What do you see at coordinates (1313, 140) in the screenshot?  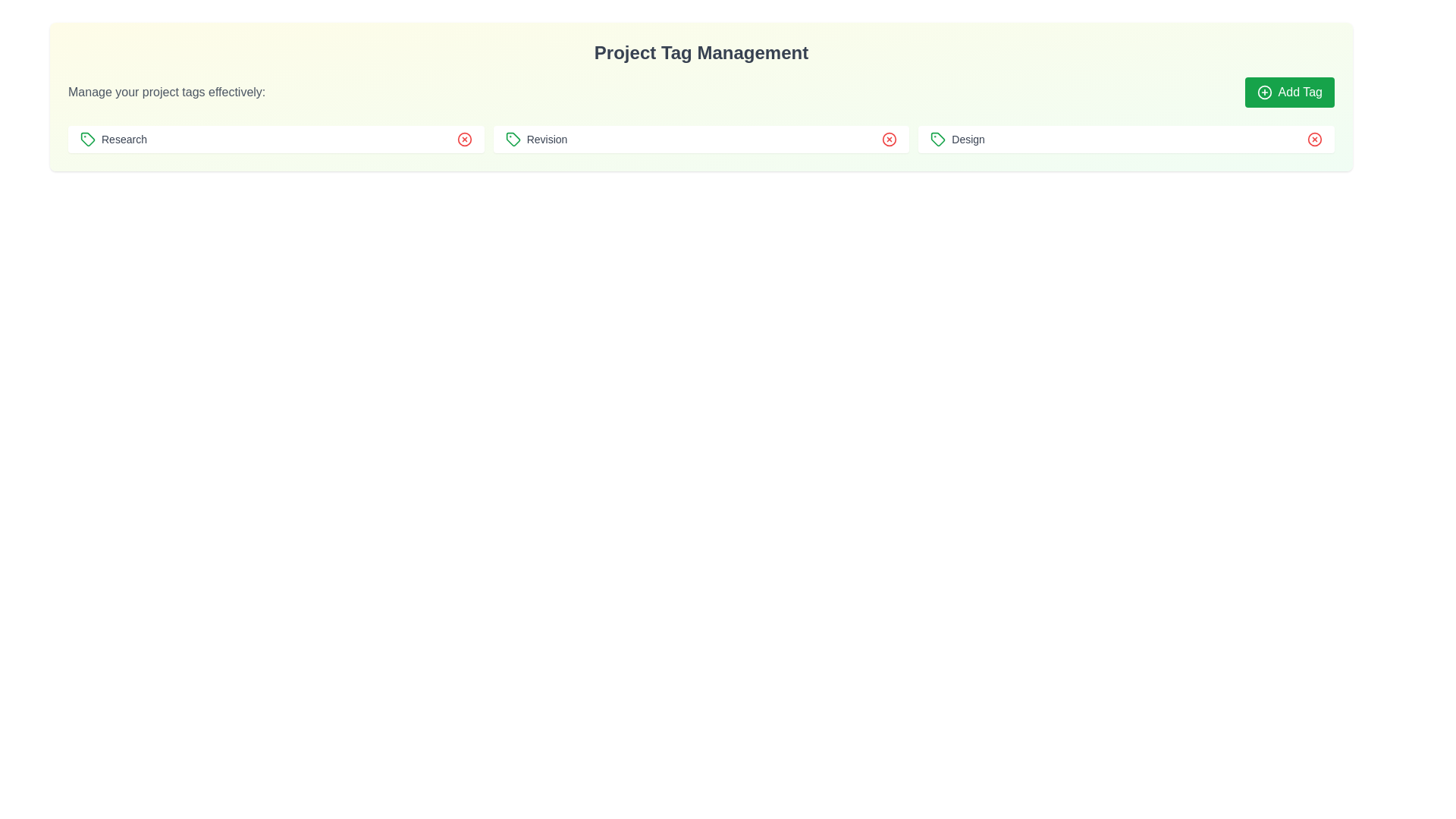 I see `the delete button for the category 'Design' located at the far-right end of the top bar` at bounding box center [1313, 140].